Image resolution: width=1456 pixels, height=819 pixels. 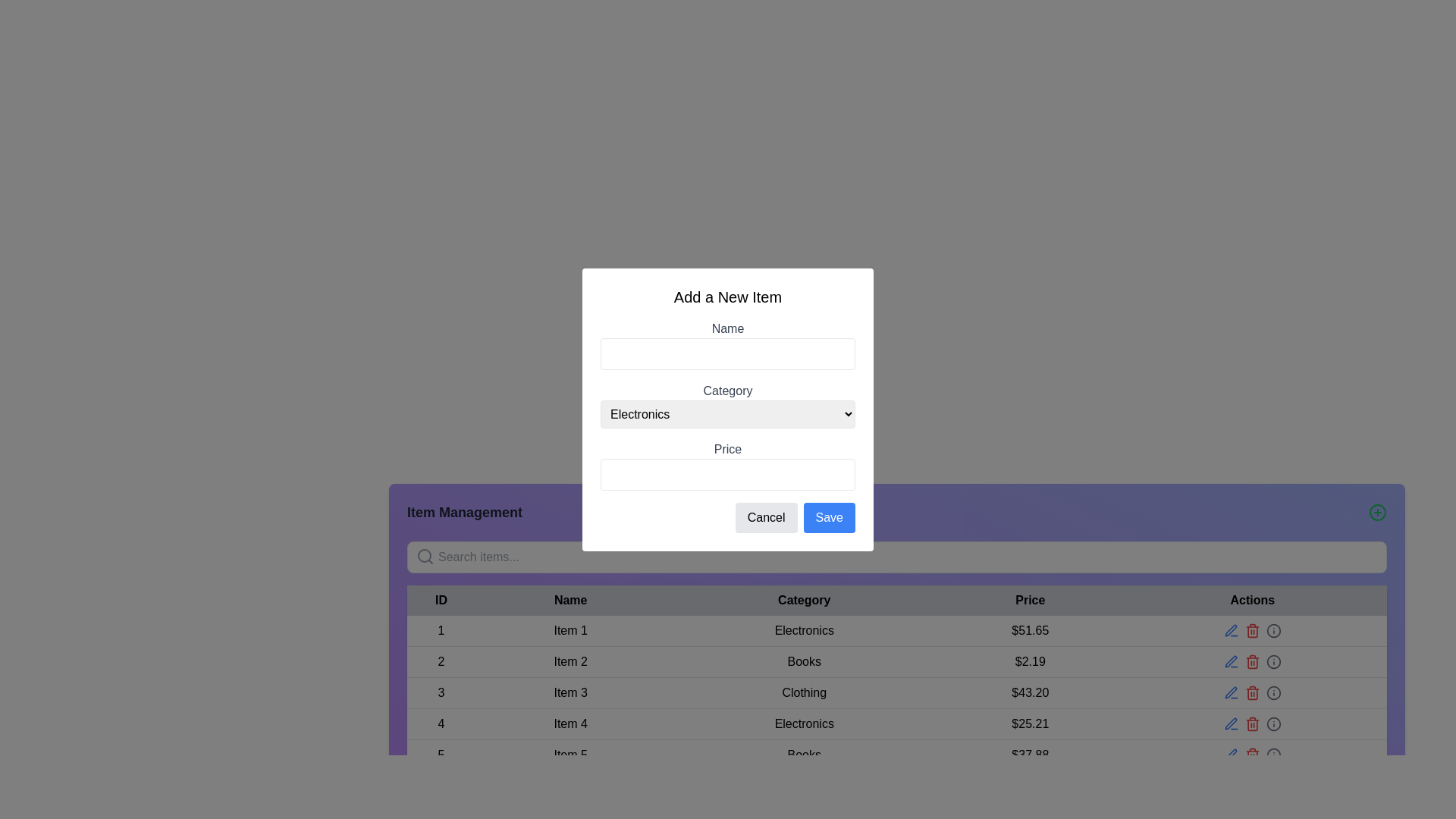 I want to click on the 'Name' table header cell, so click(x=570, y=599).